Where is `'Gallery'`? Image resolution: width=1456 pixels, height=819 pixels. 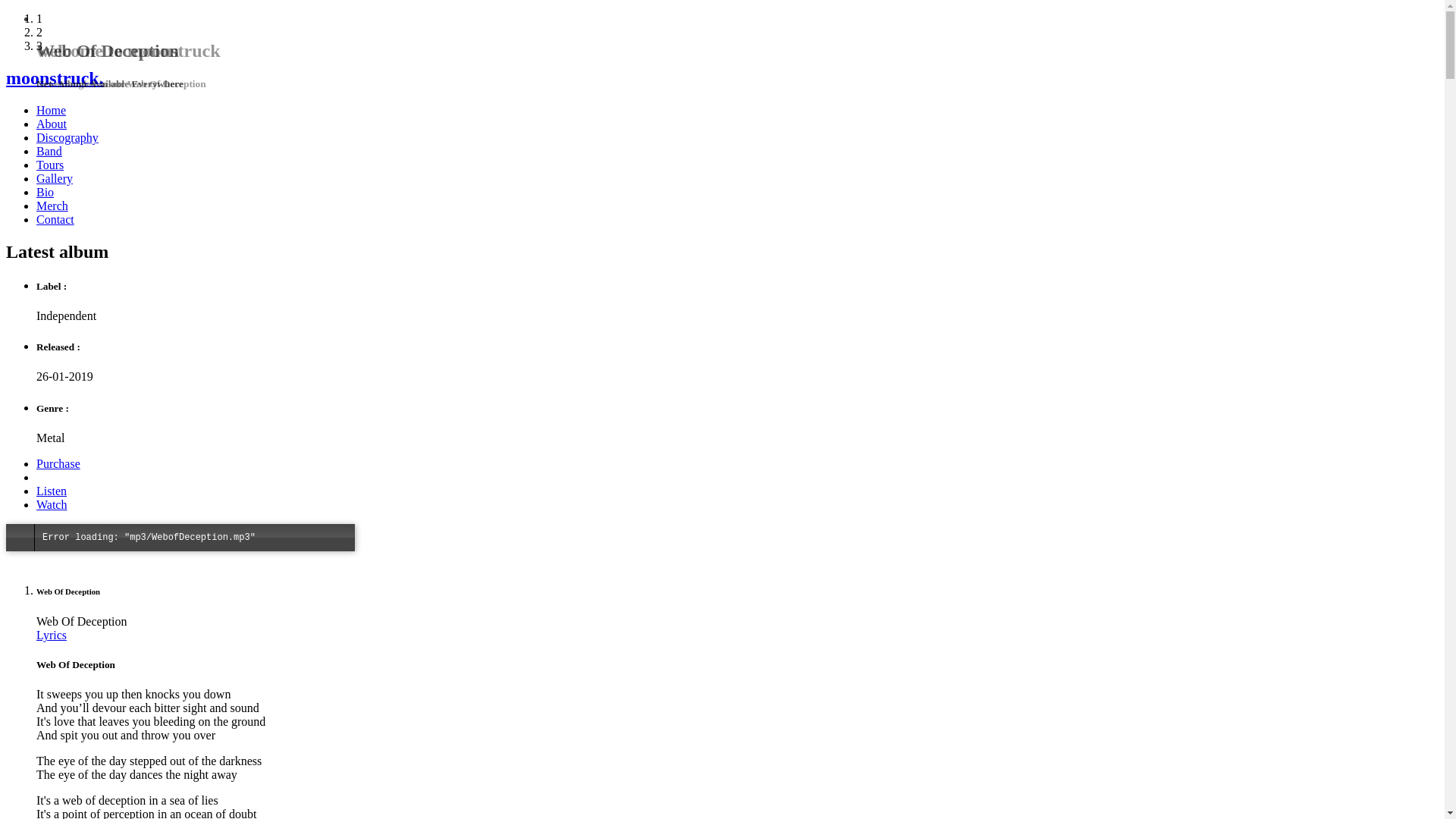 'Gallery' is located at coordinates (36, 177).